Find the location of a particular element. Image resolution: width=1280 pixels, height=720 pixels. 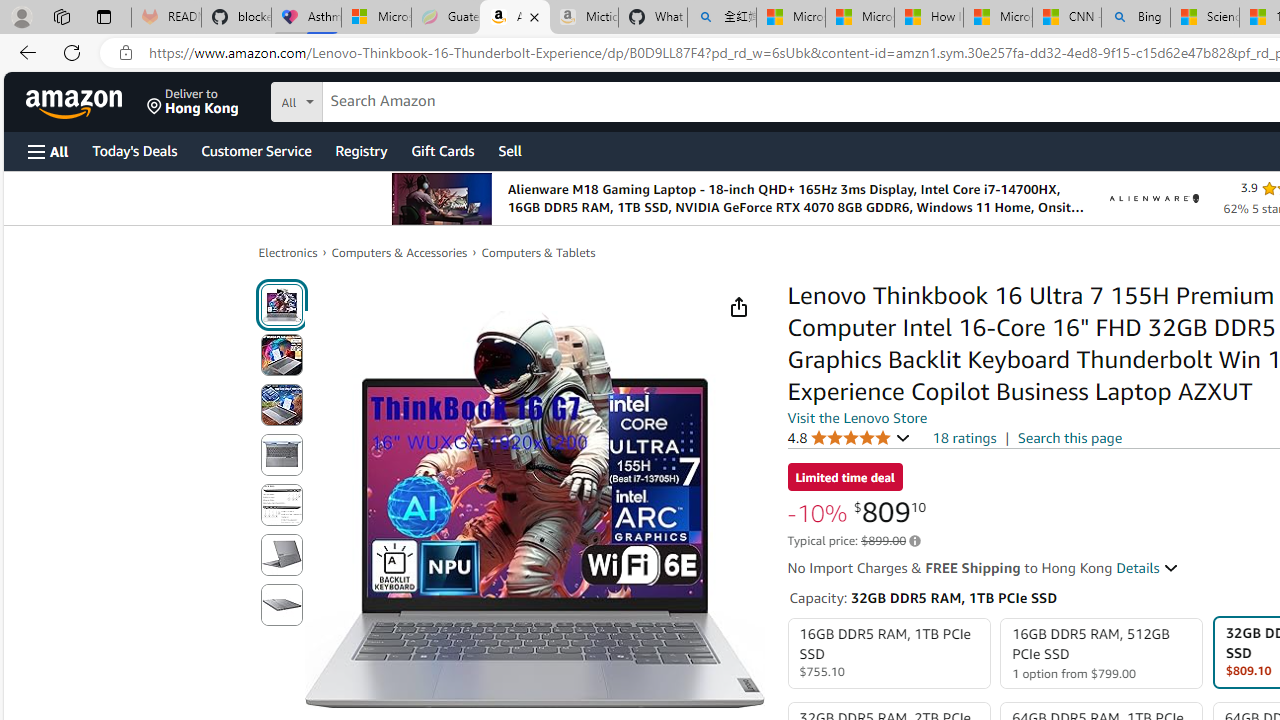

'Details ' is located at coordinates (1148, 568).